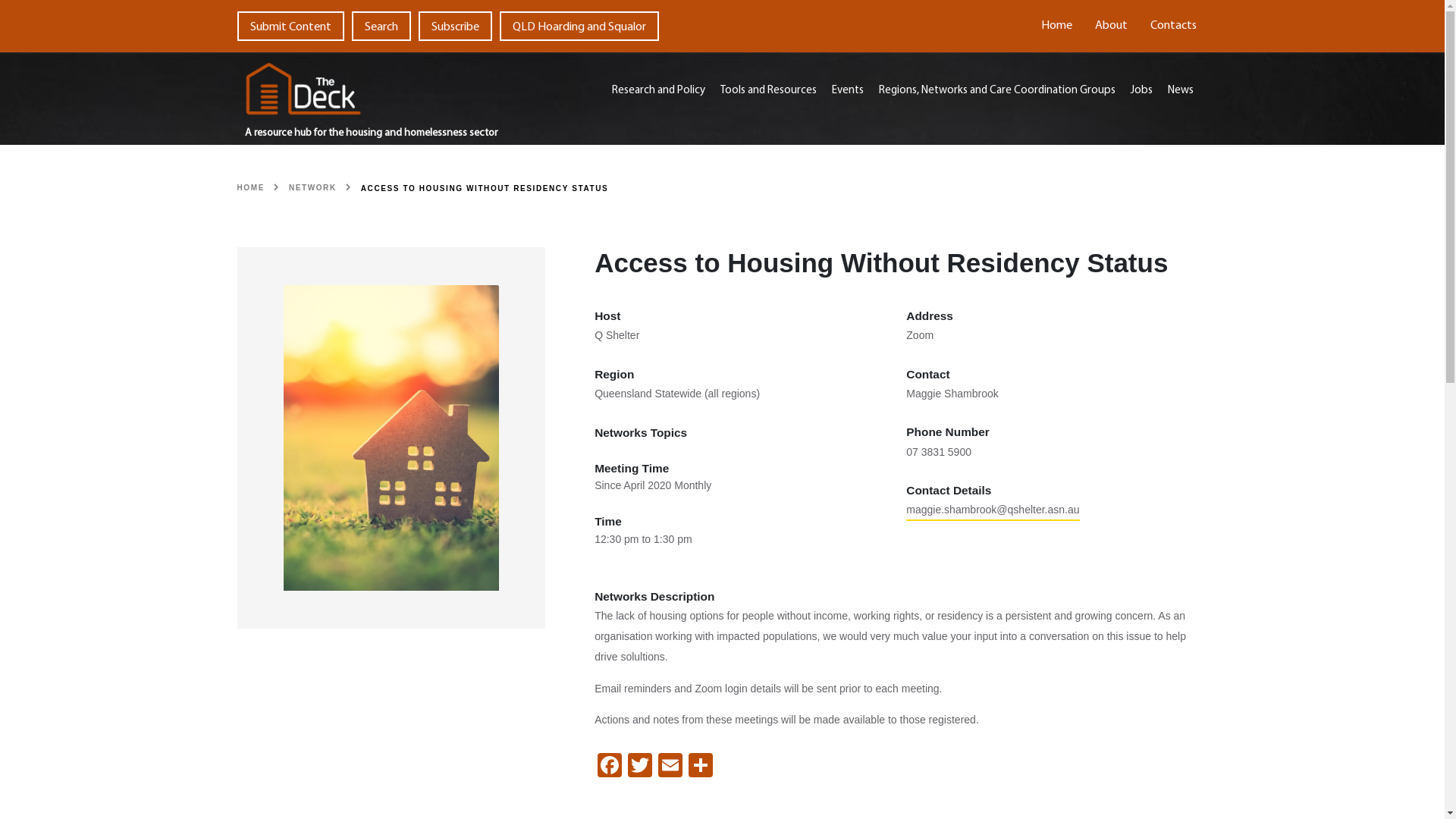 Image resolution: width=1456 pixels, height=819 pixels. Describe the element at coordinates (1172, 26) in the screenshot. I see `'Contacts'` at that location.